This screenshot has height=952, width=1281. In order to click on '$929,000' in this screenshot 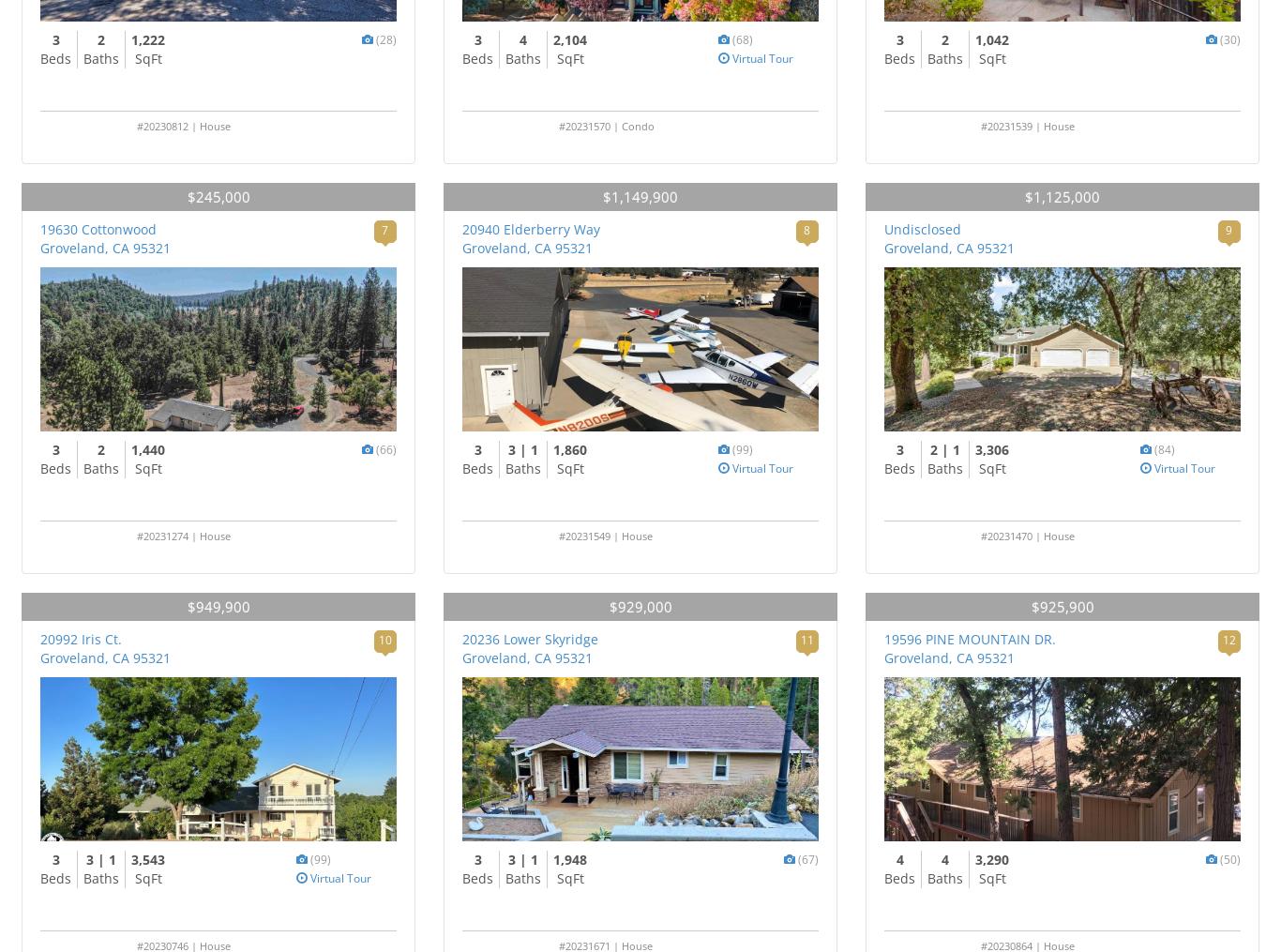, I will do `click(639, 605)`.